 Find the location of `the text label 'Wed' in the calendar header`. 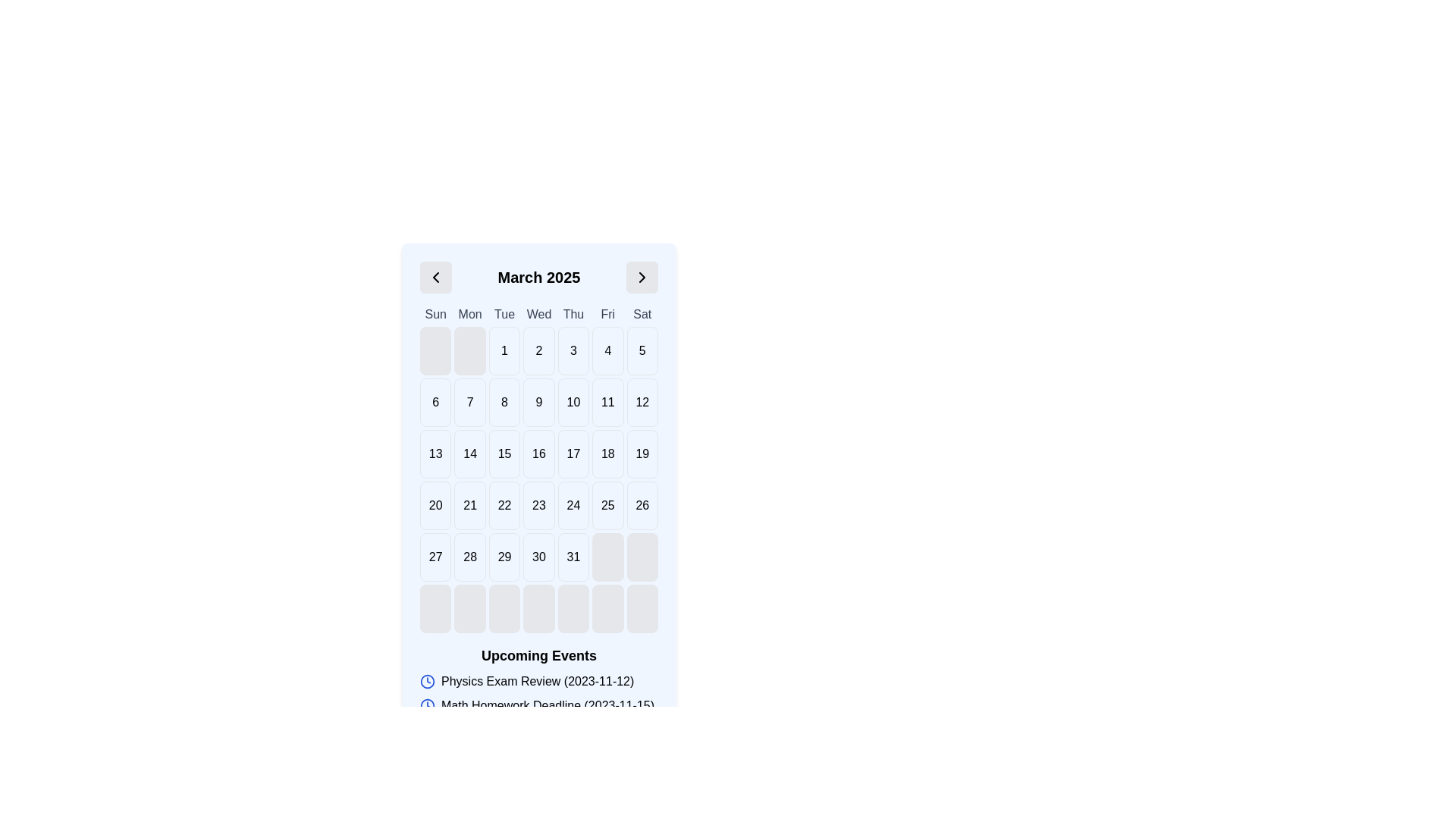

the text label 'Wed' in the calendar header is located at coordinates (538, 314).